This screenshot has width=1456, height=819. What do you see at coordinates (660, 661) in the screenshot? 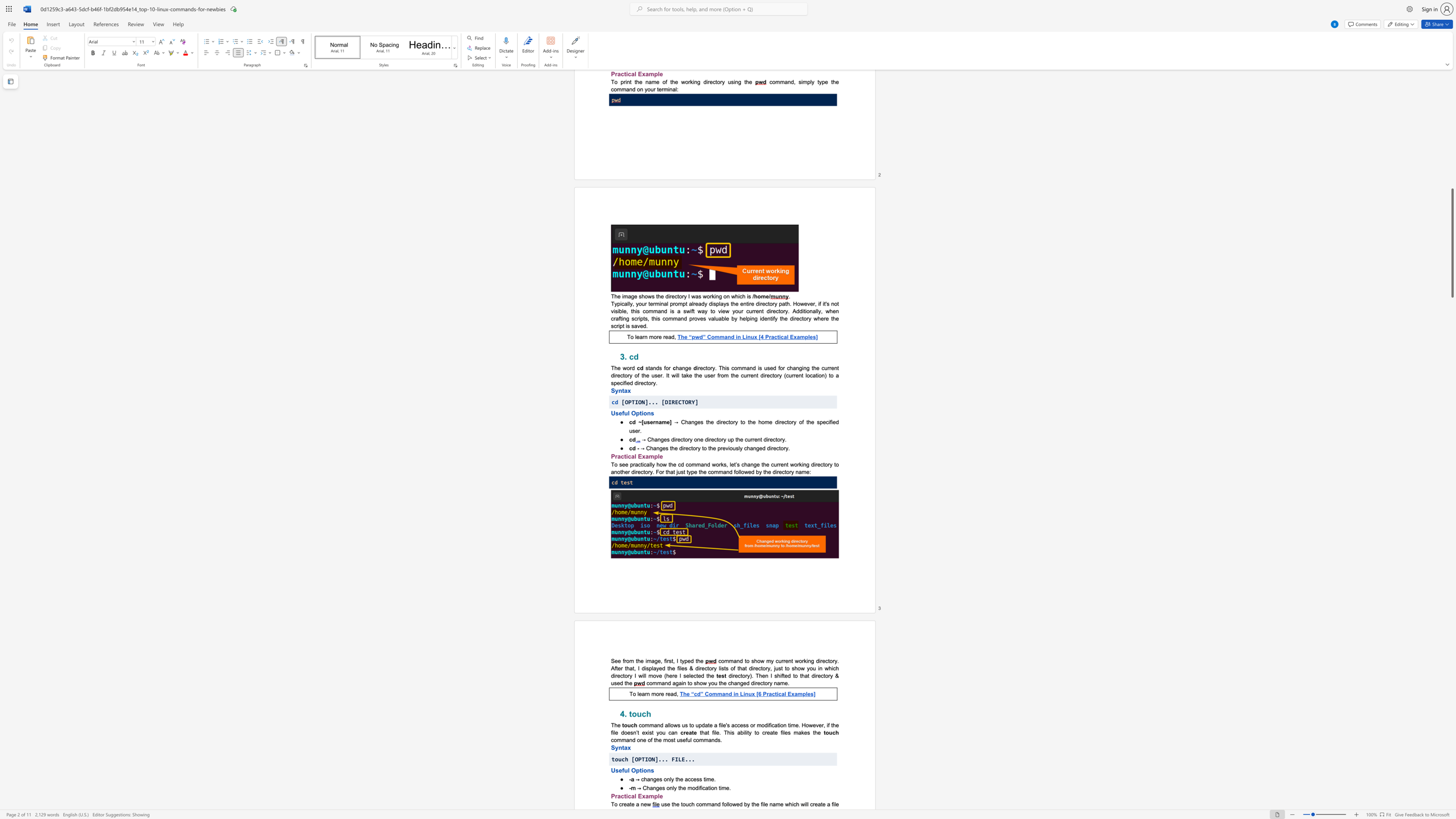
I see `the subset text ", first, I" within the text "See from the image, first, I typed the"` at bounding box center [660, 661].